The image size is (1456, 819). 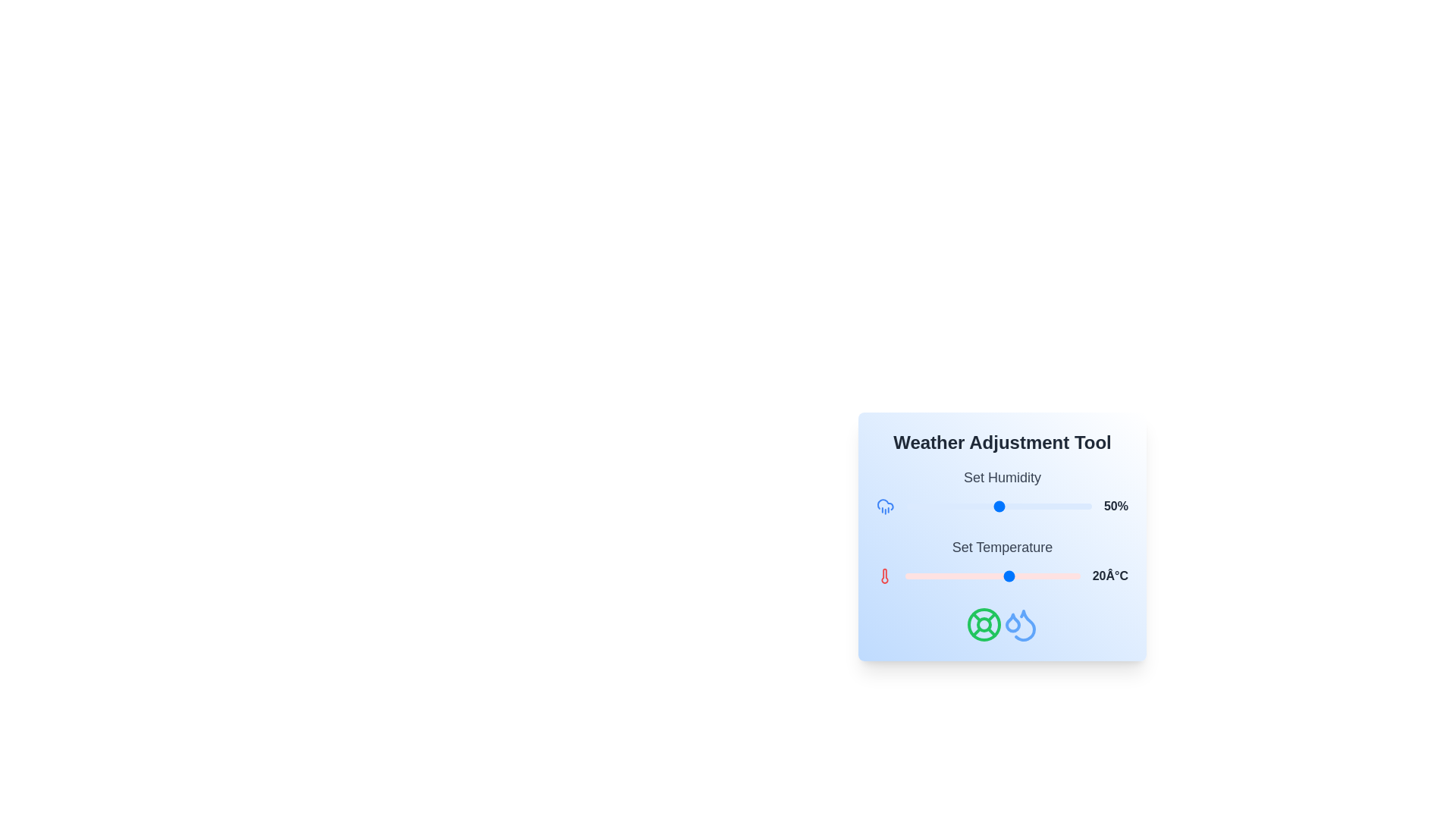 I want to click on the temperature slider to set the temperature to -2°C, so click(x=933, y=576).